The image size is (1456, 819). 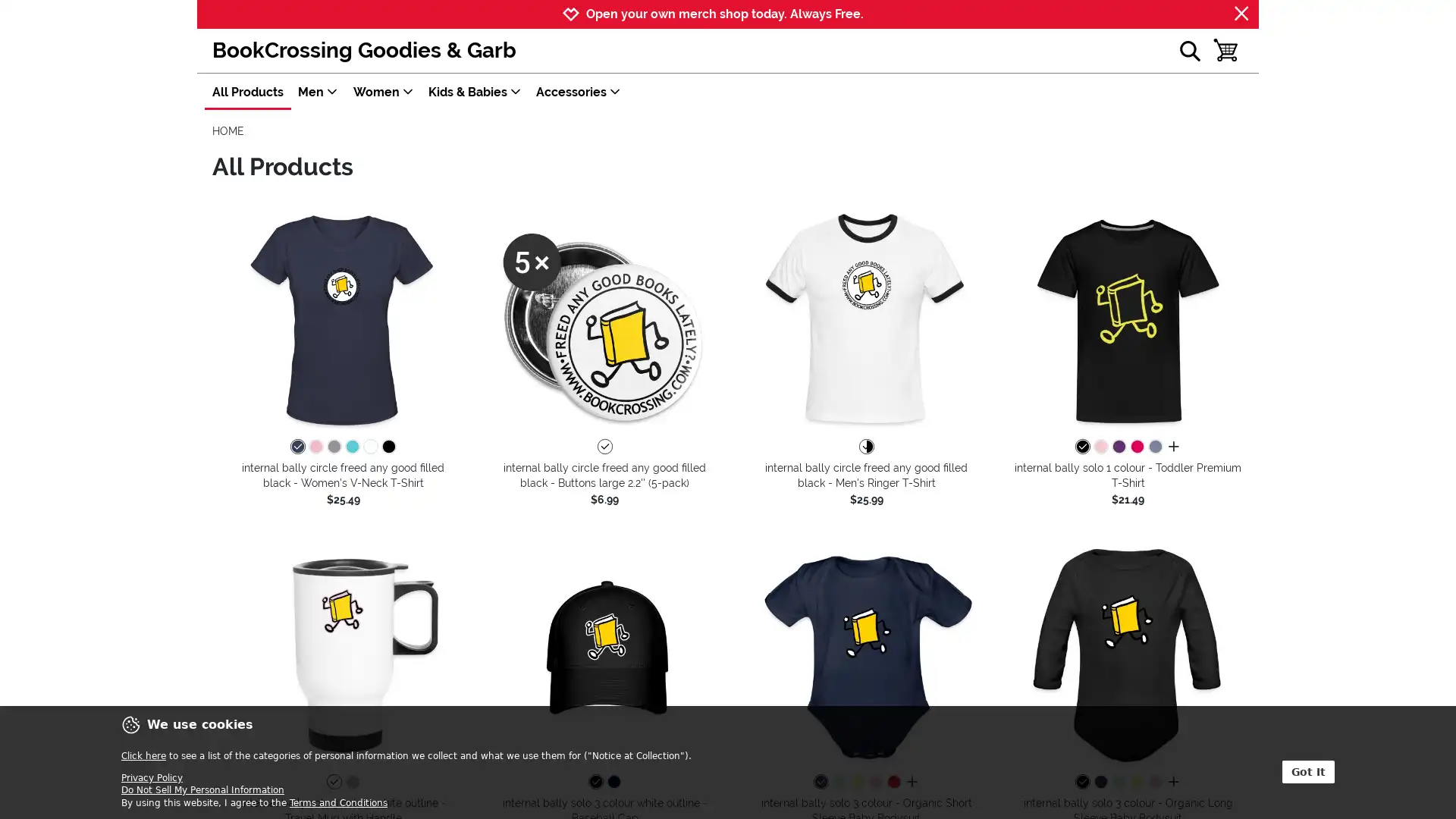 What do you see at coordinates (1128, 654) in the screenshot?
I see `internal bally solo 3 colour - Organic Long Sleeve Baby Bodysuit` at bounding box center [1128, 654].